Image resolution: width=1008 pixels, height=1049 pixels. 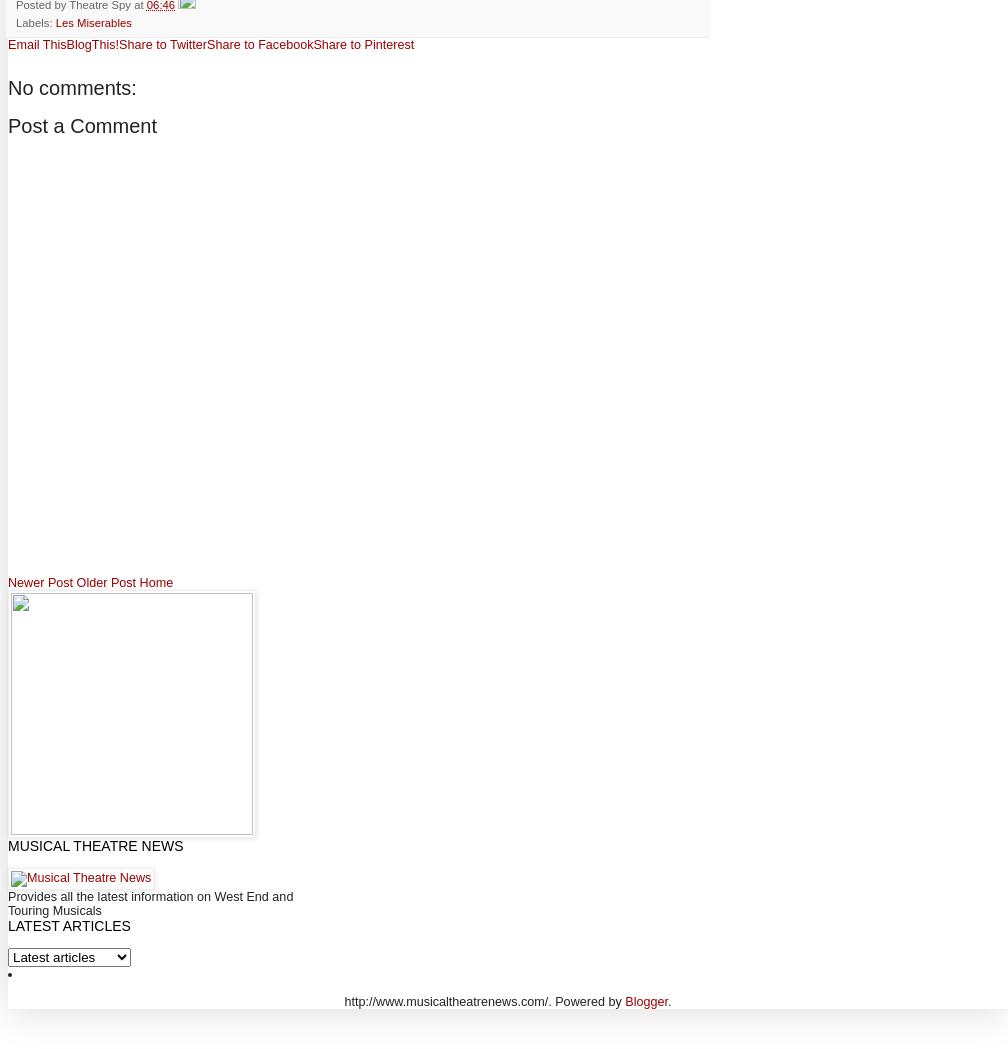 I want to click on 'http://www.musicaltheatrenews.com/. Powered by', so click(x=484, y=1001).